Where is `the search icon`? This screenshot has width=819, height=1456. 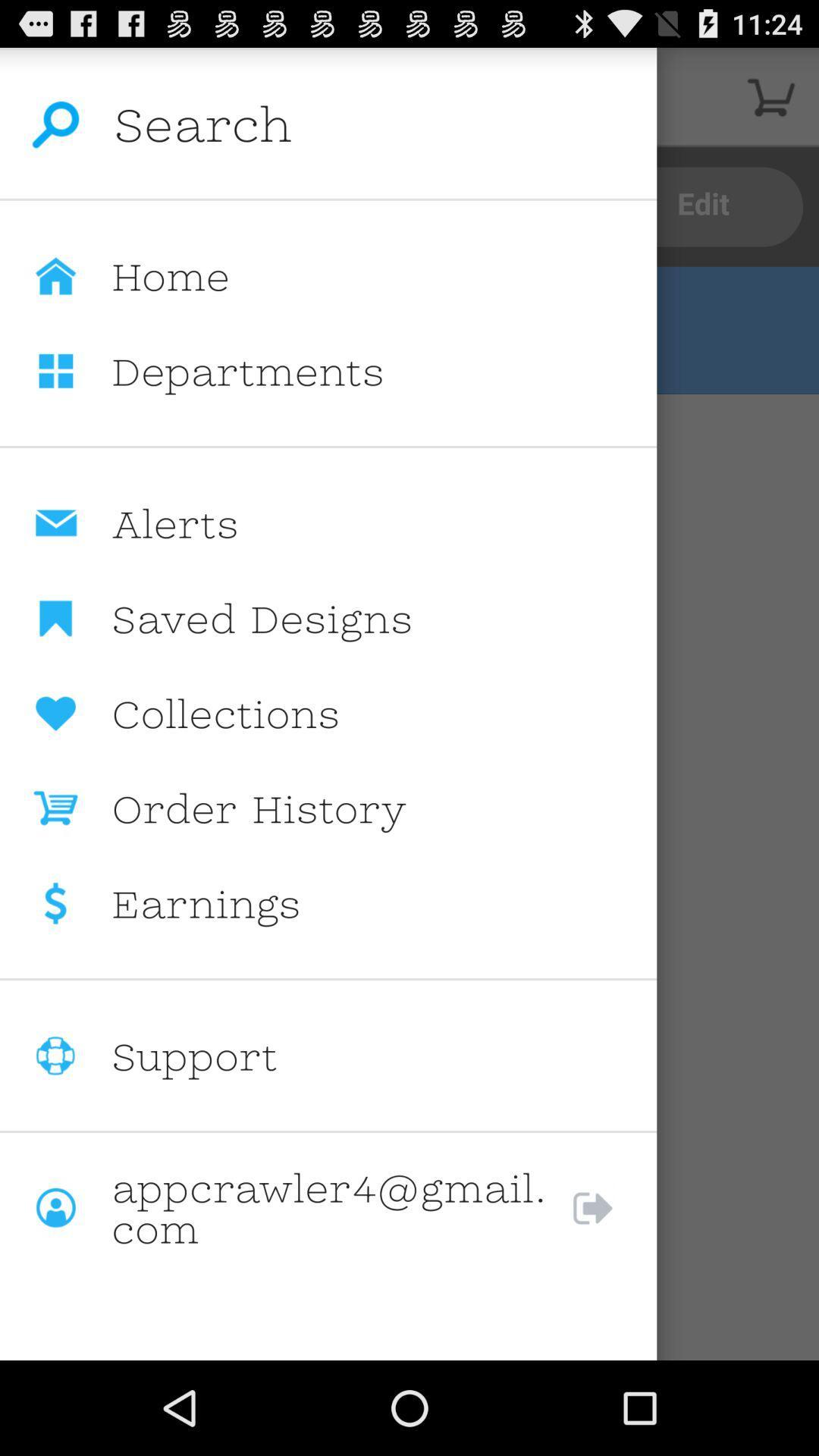 the search icon is located at coordinates (42, 103).